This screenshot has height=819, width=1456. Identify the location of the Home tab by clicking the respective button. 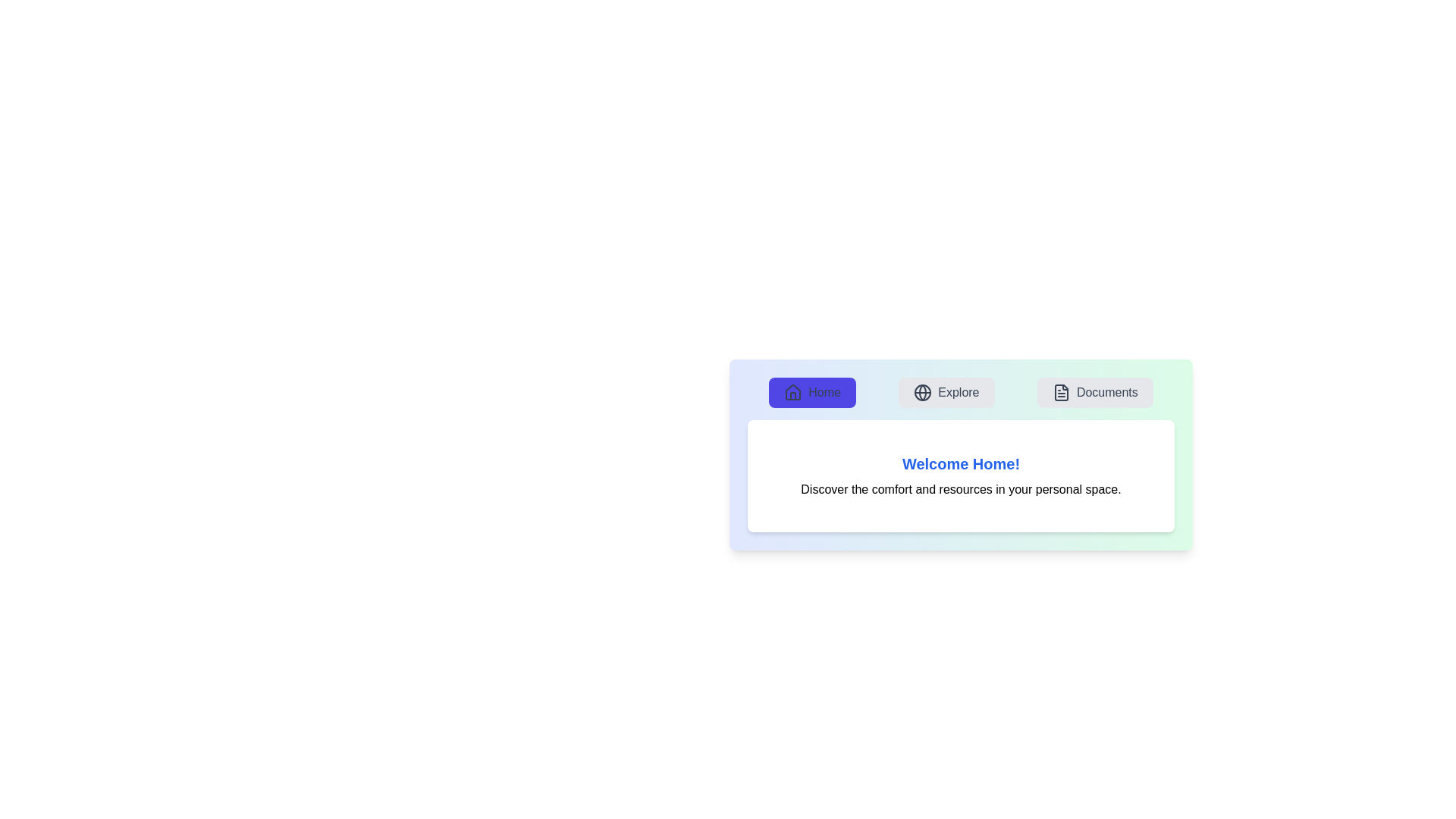
(811, 391).